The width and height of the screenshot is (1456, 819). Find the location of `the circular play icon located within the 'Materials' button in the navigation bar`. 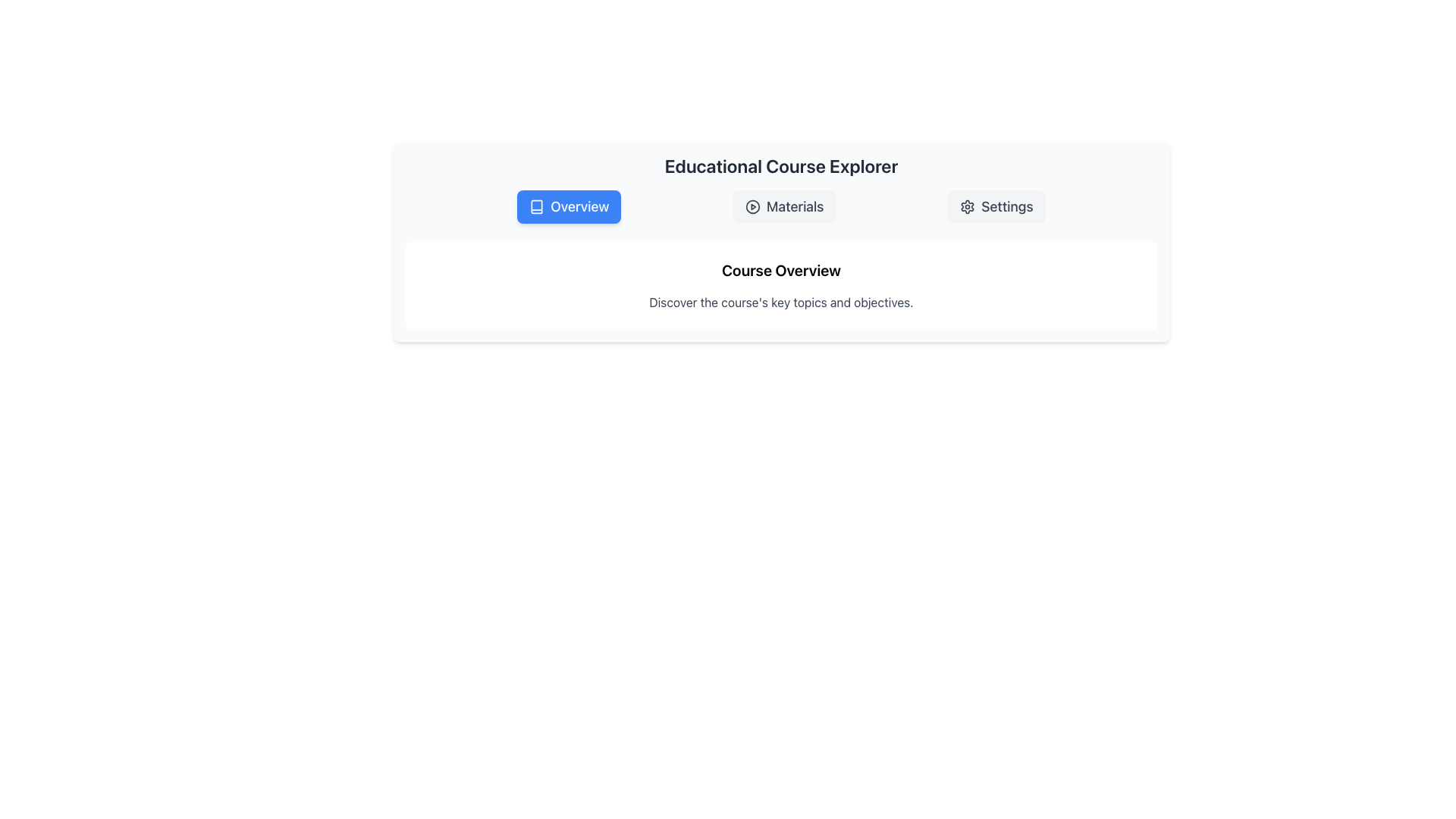

the circular play icon located within the 'Materials' button in the navigation bar is located at coordinates (753, 207).